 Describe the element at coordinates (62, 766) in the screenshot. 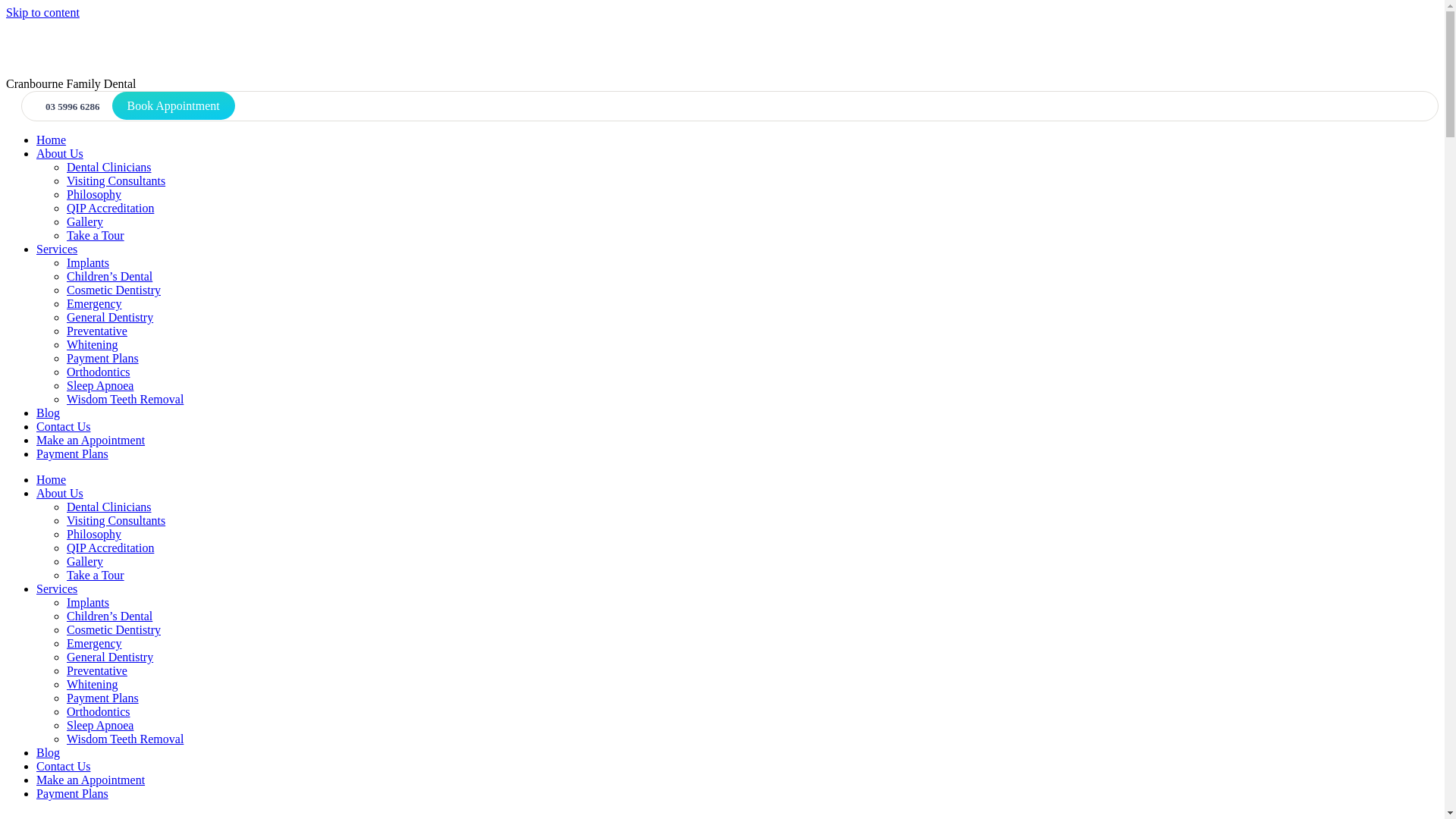

I see `'Contact Us'` at that location.